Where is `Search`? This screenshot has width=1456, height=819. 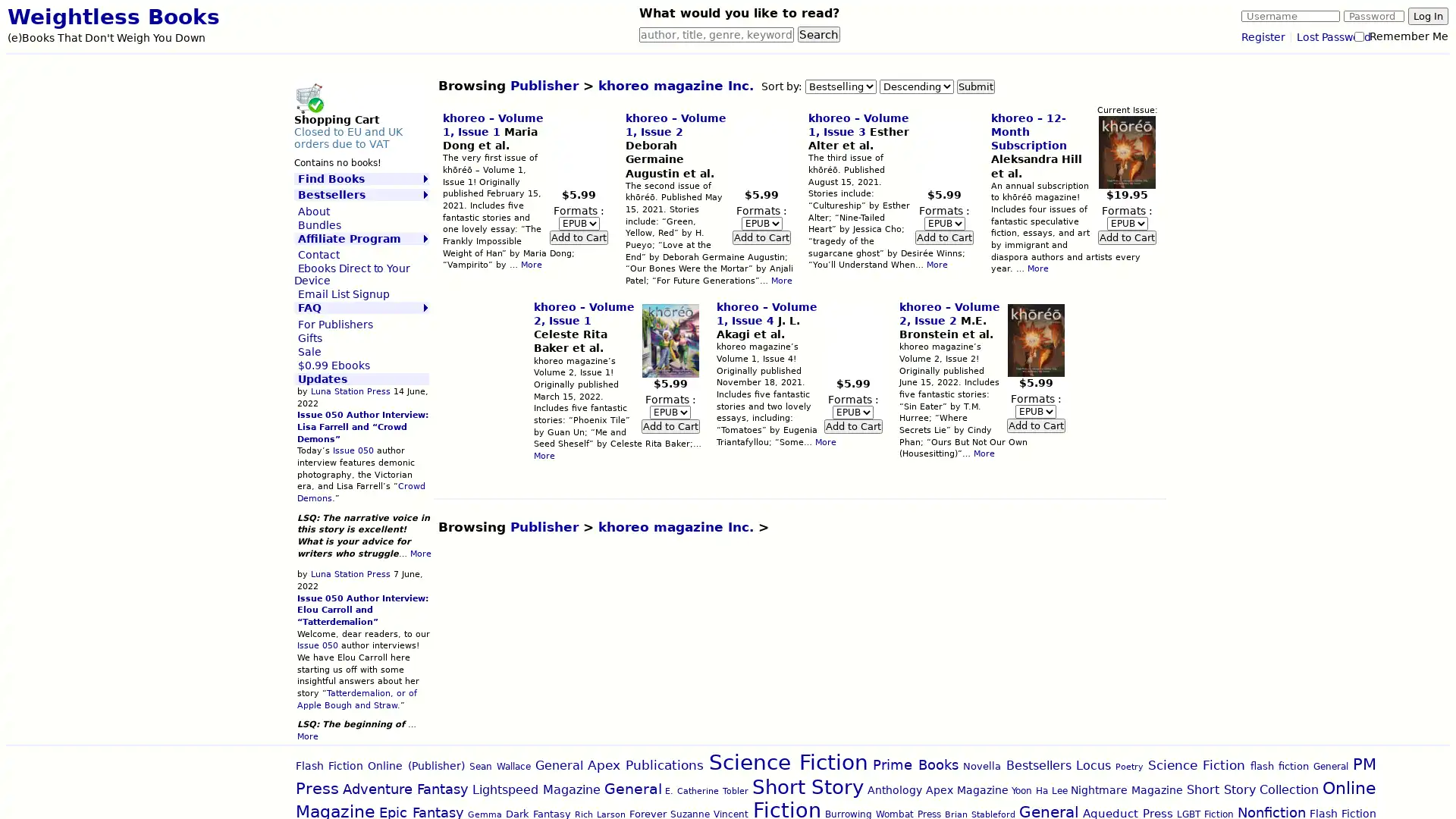
Search is located at coordinates (818, 34).